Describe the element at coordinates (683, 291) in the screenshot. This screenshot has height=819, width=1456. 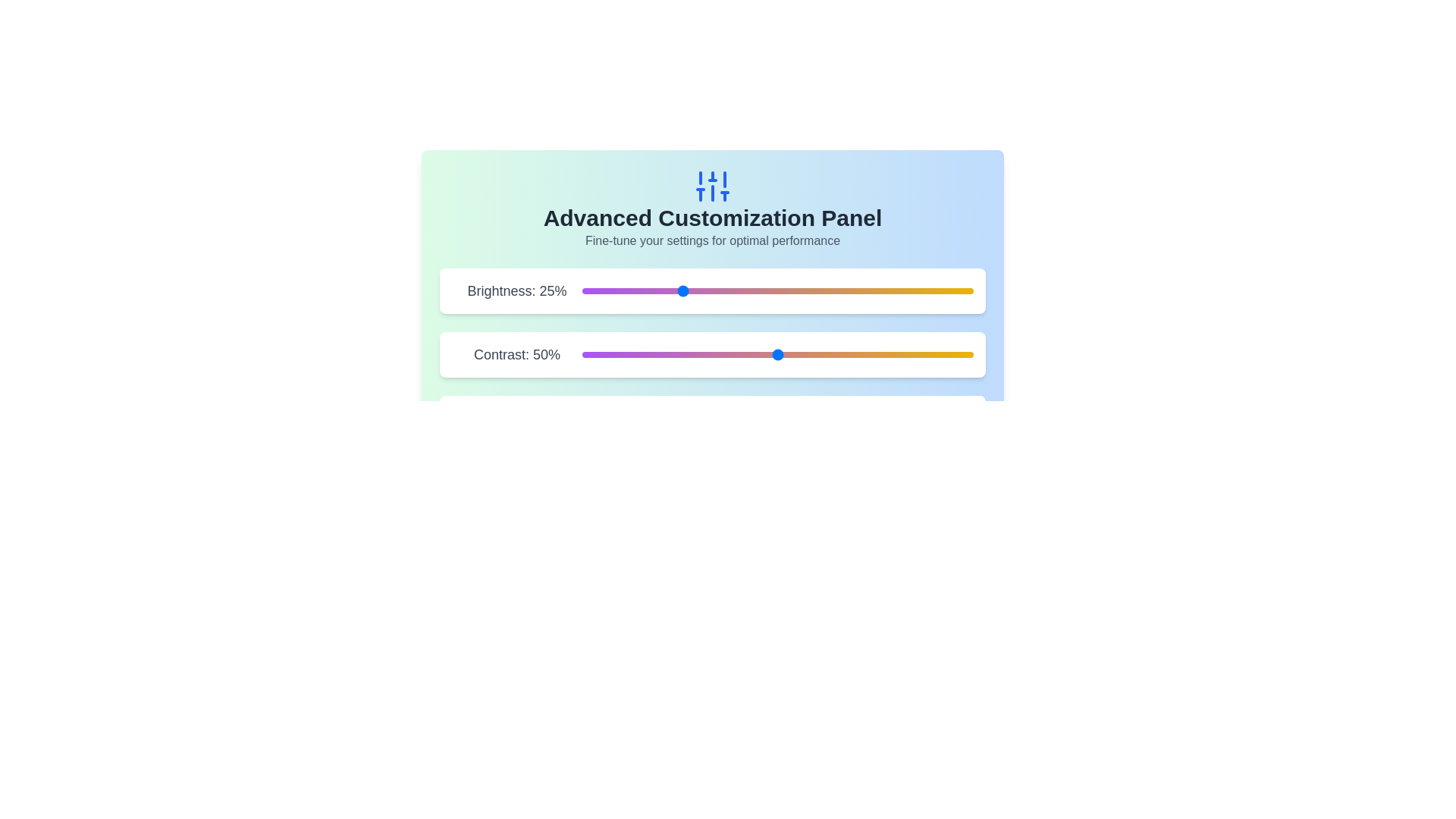
I see `the brightness slider to 26%` at that location.